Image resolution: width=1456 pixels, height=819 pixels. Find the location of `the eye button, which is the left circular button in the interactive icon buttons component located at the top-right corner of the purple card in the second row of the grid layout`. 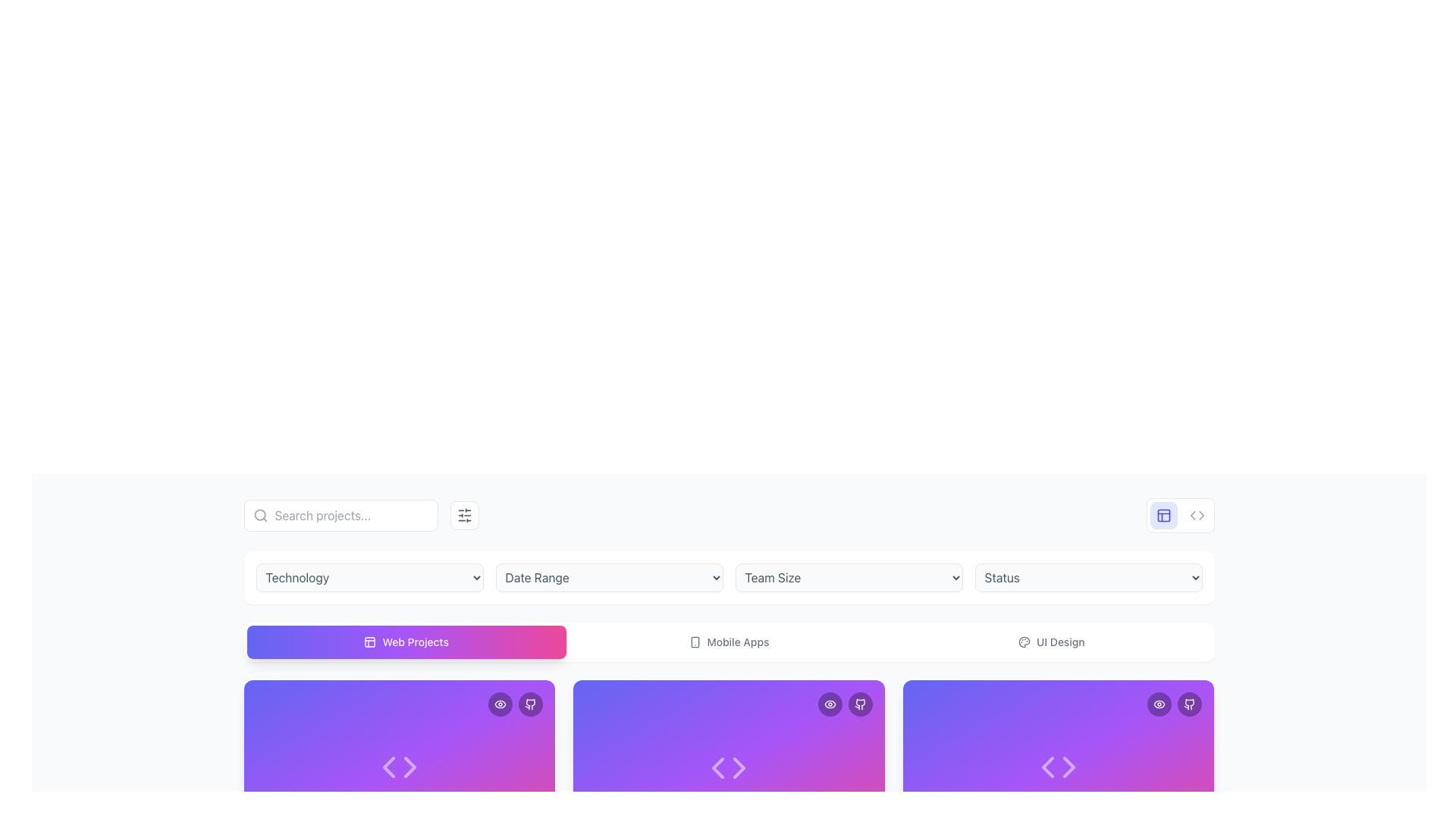

the eye button, which is the left circular button in the interactive icon buttons component located at the top-right corner of the purple card in the second row of the grid layout is located at coordinates (1174, 704).